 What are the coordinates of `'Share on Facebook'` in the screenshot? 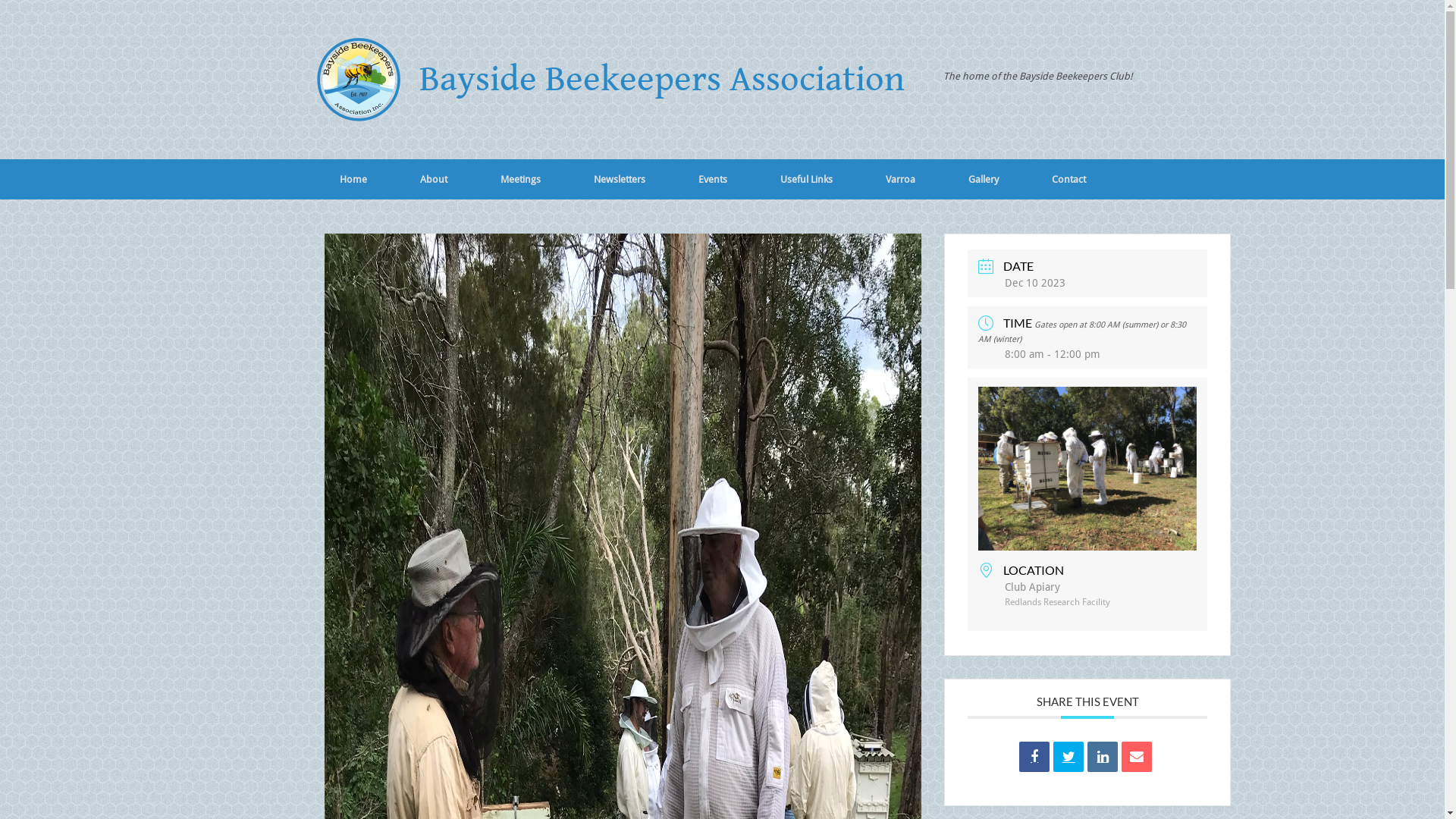 It's located at (1033, 757).